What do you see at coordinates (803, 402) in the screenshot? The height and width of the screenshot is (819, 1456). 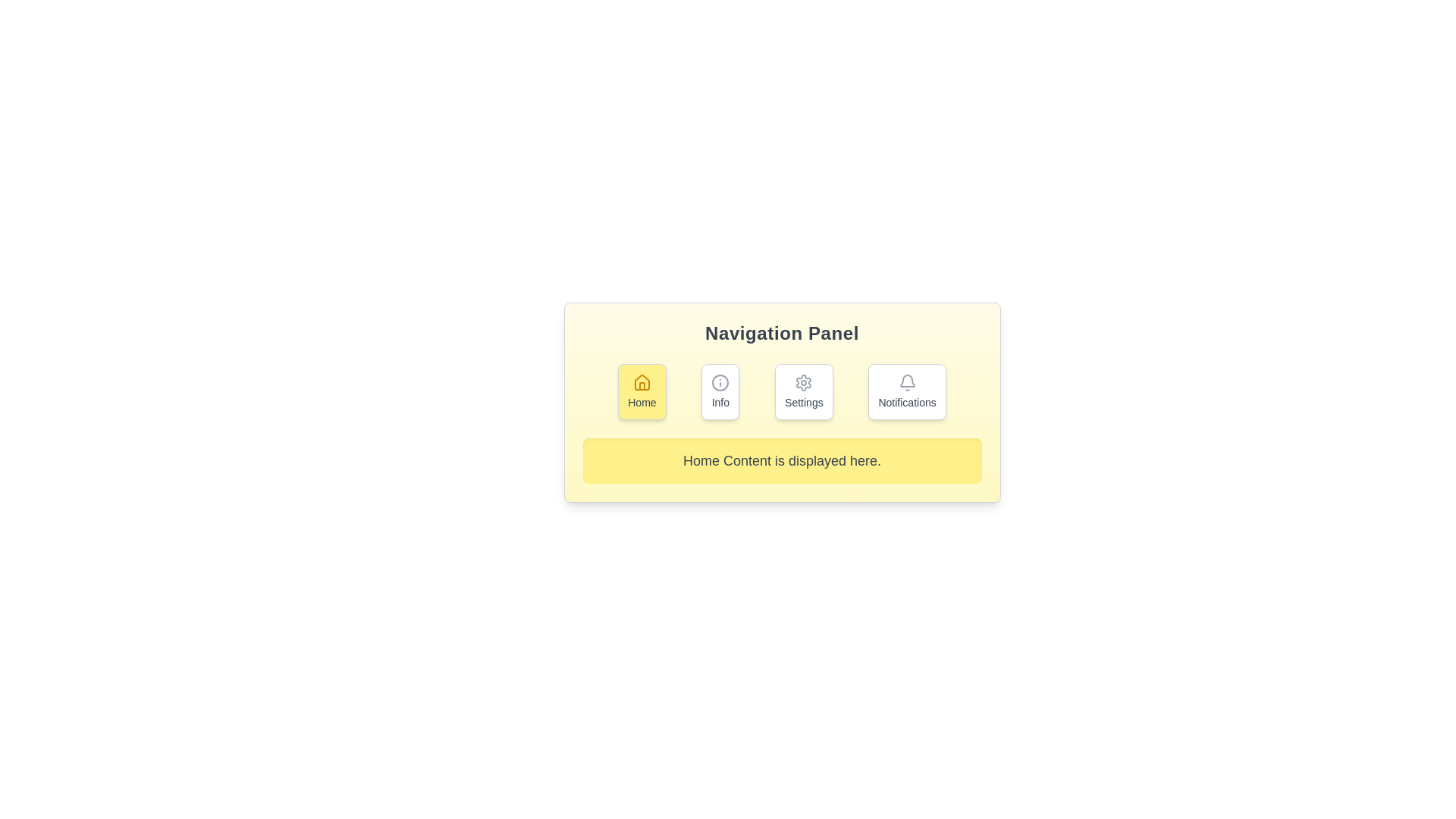 I see `the 'Settings' label text located within the third button of the horizontal button layout under the 'Navigation Panel'` at bounding box center [803, 402].